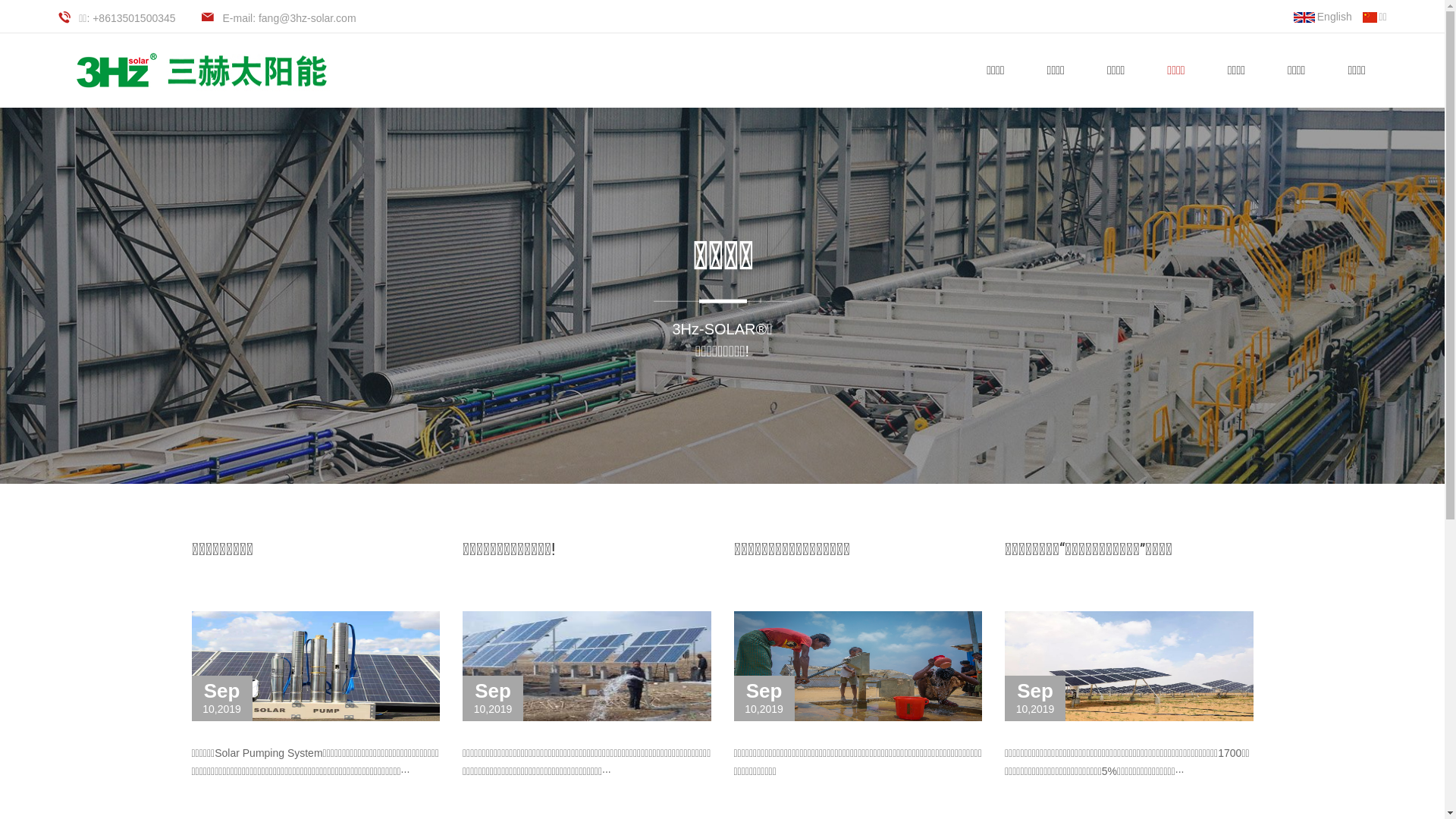 This screenshot has height=819, width=1456. I want to click on 'English', so click(1322, 17).